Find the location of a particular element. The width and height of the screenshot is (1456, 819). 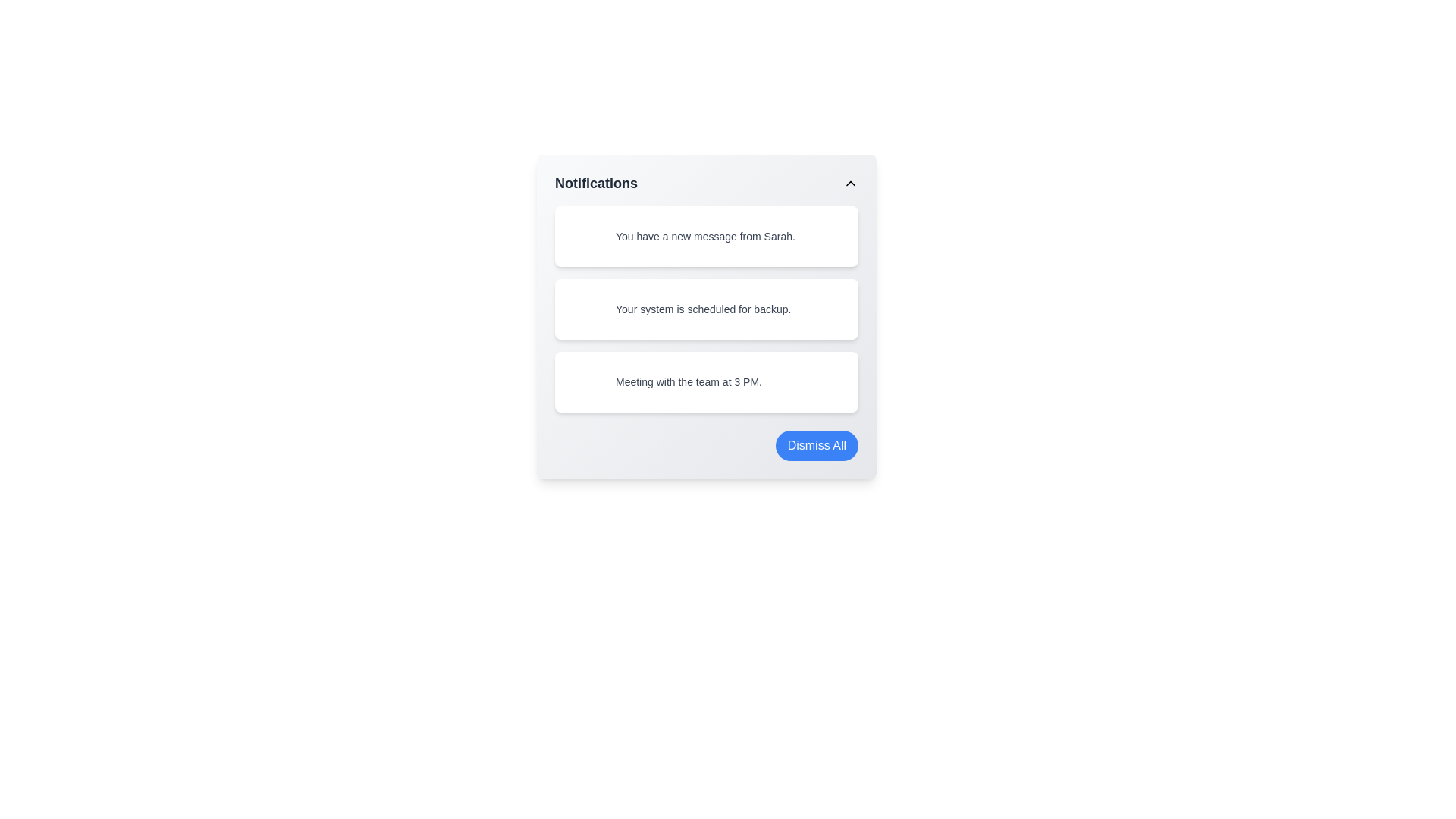

the Chevron (collapse/expand) button located in the top-right corner of the notification pane titled 'Notifications' is located at coordinates (851, 183).